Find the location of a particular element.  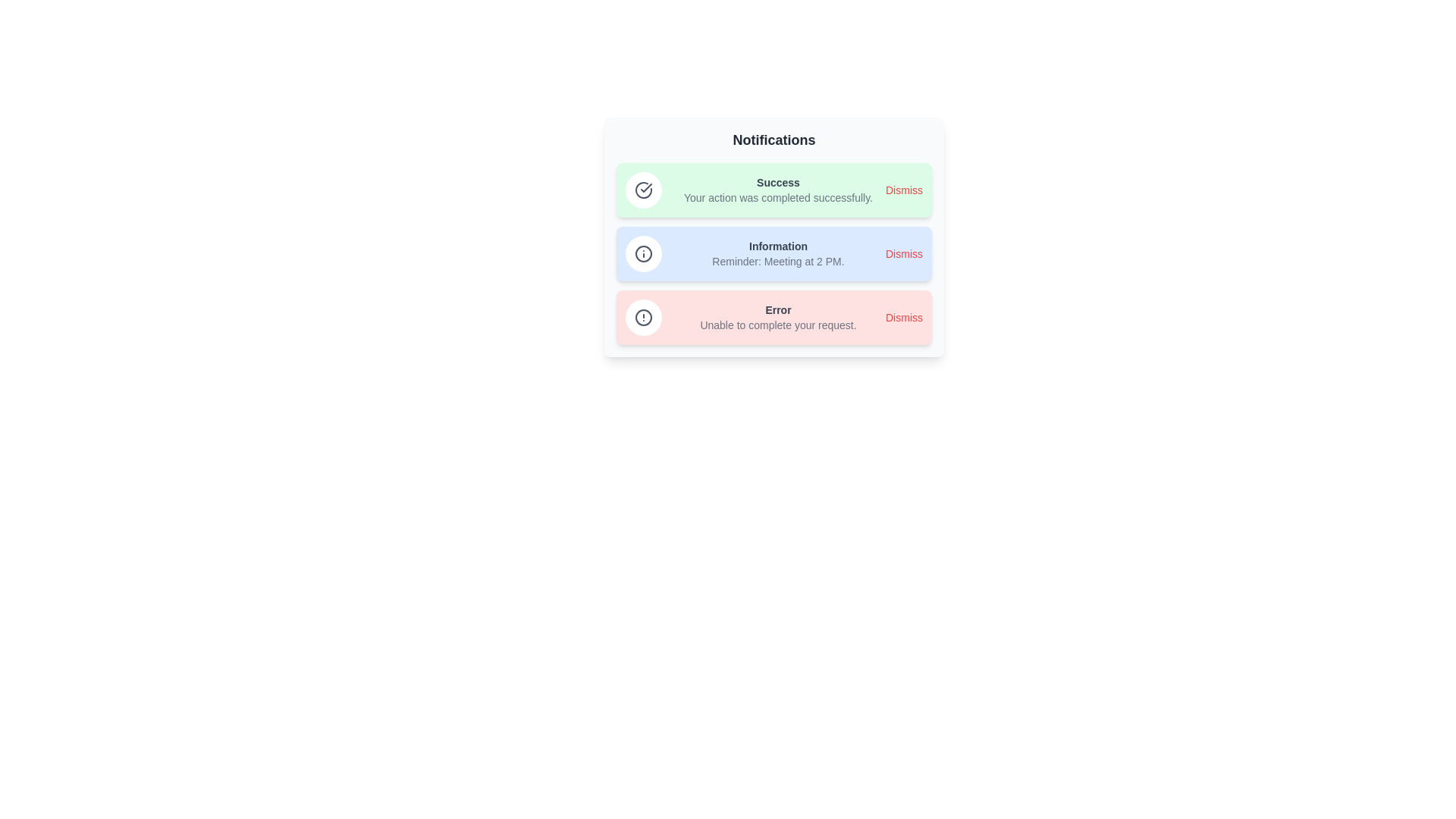

the icon of the Error notification is located at coordinates (644, 317).